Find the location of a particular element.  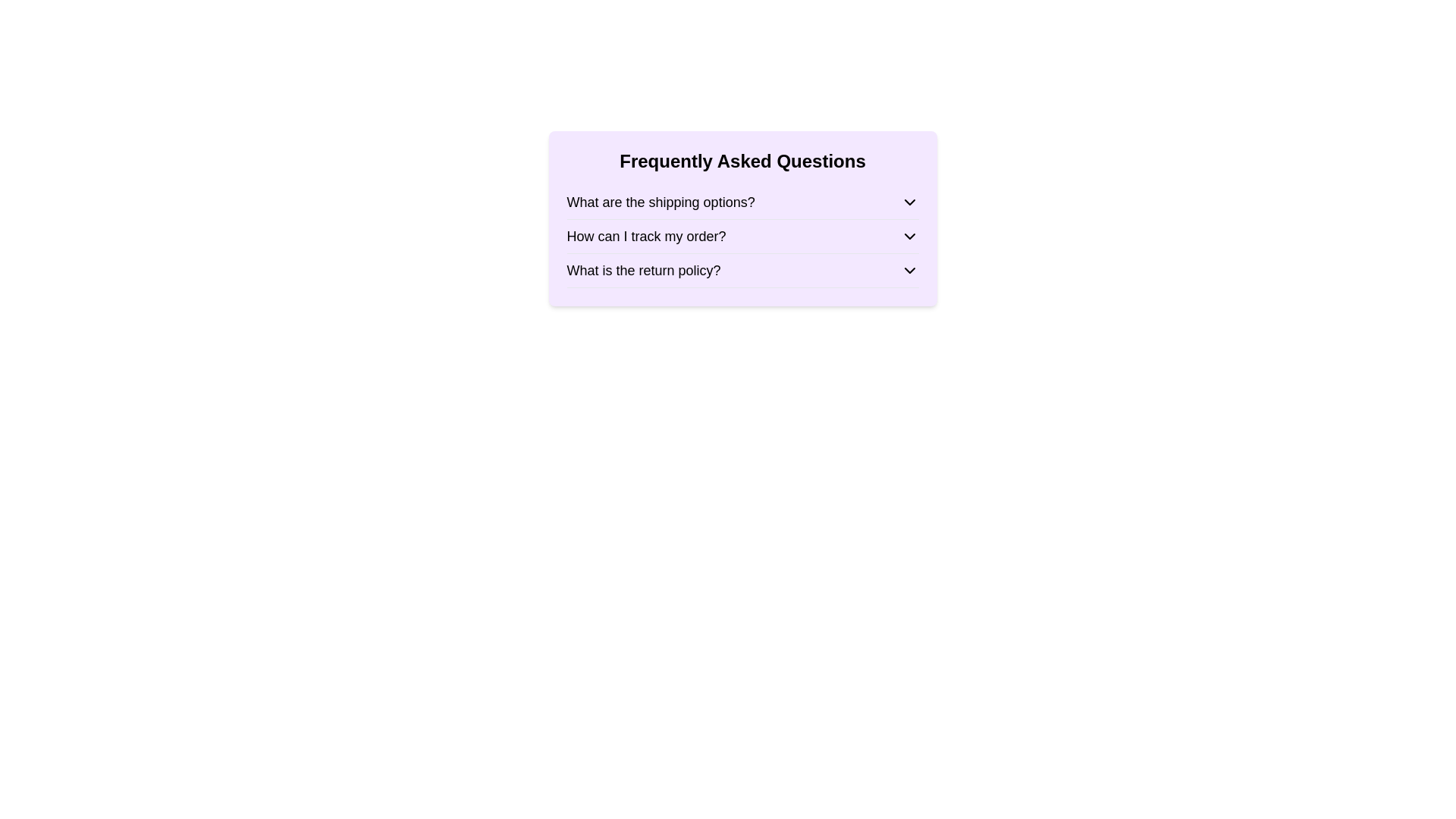

the header text element for the FAQ section, which provides context for the questions listed below it is located at coordinates (742, 161).